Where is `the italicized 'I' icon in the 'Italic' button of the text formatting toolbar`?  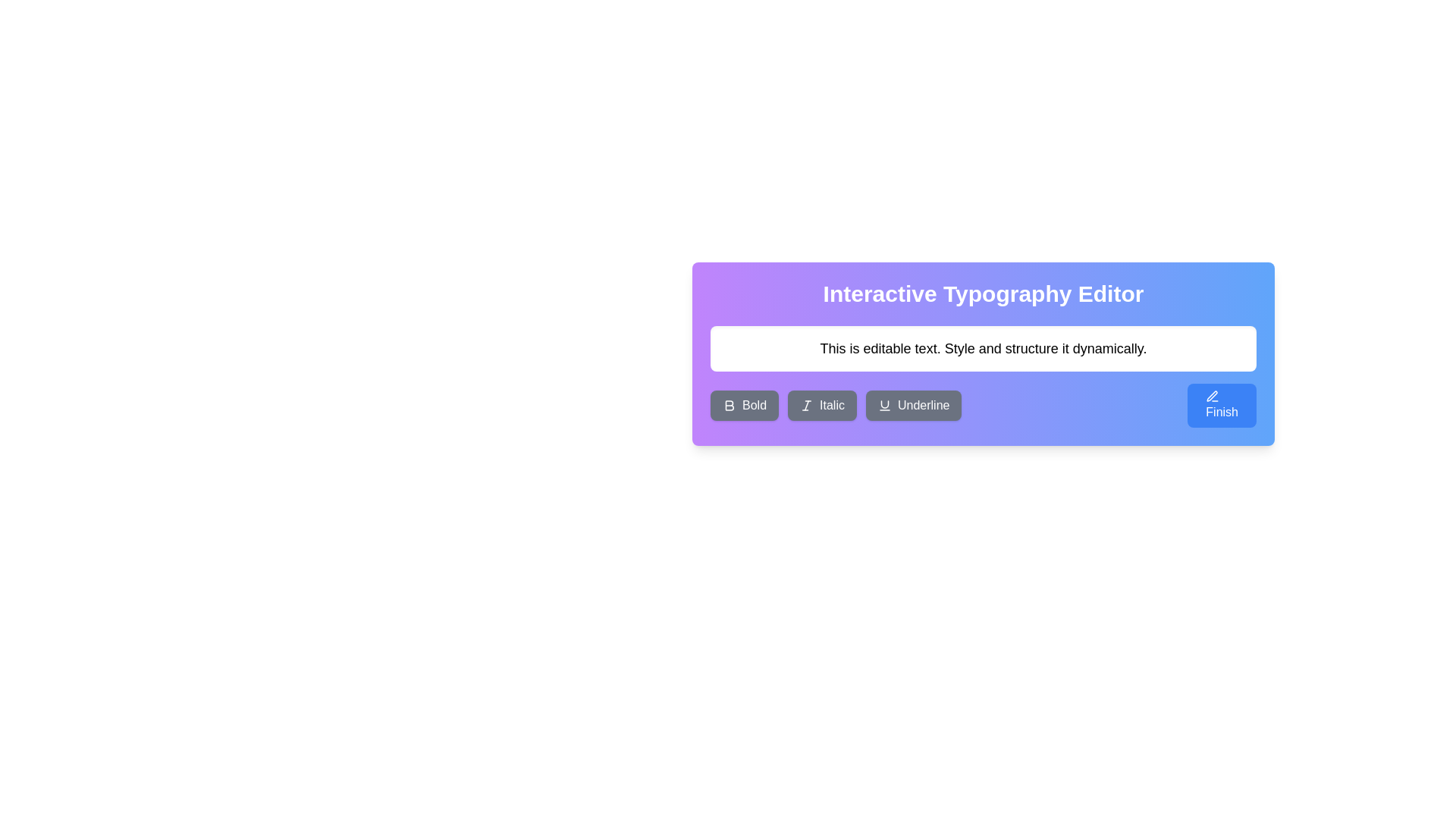
the italicized 'I' icon in the 'Italic' button of the text formatting toolbar is located at coordinates (806, 405).